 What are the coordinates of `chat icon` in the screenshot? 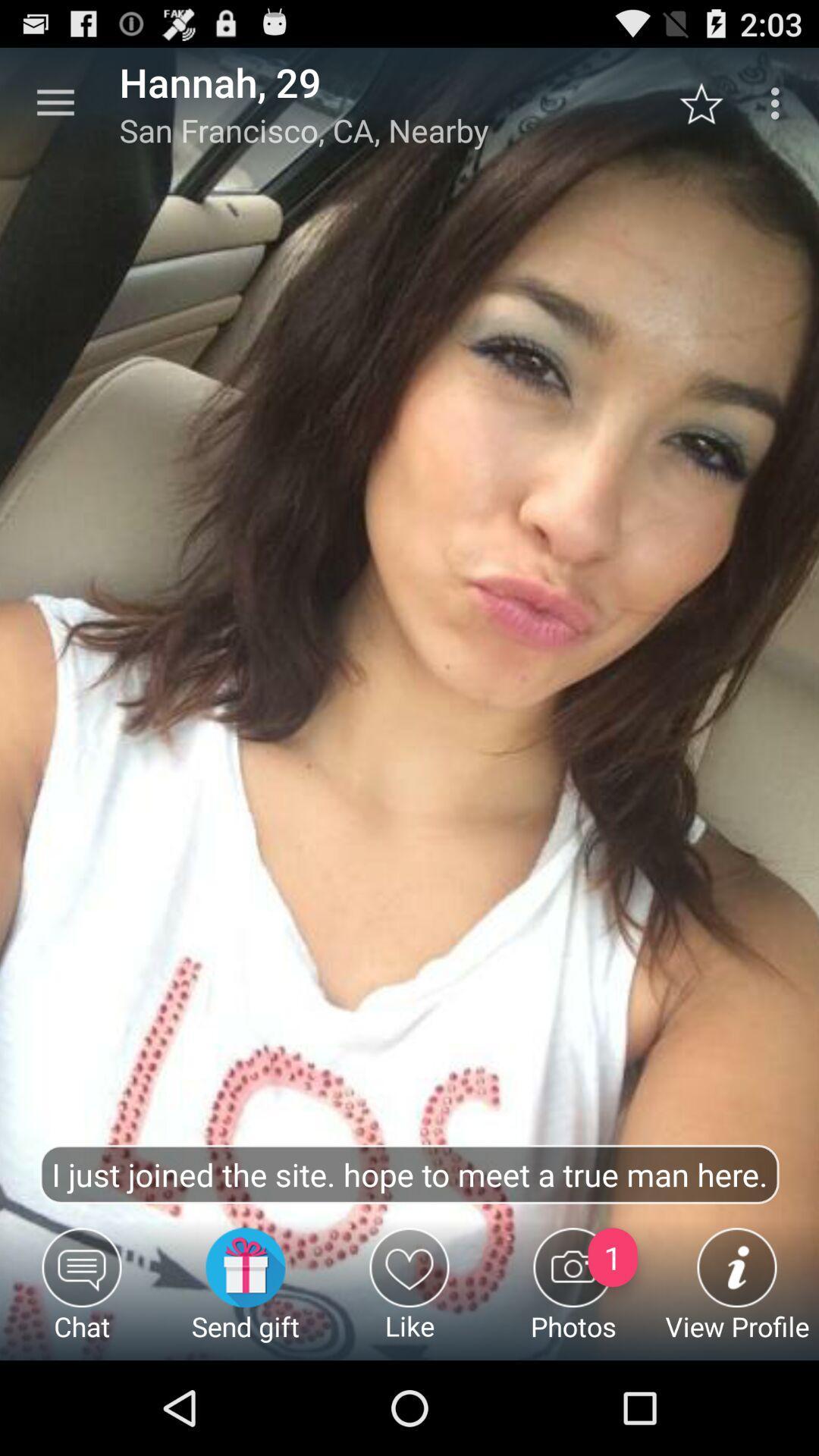 It's located at (82, 1293).